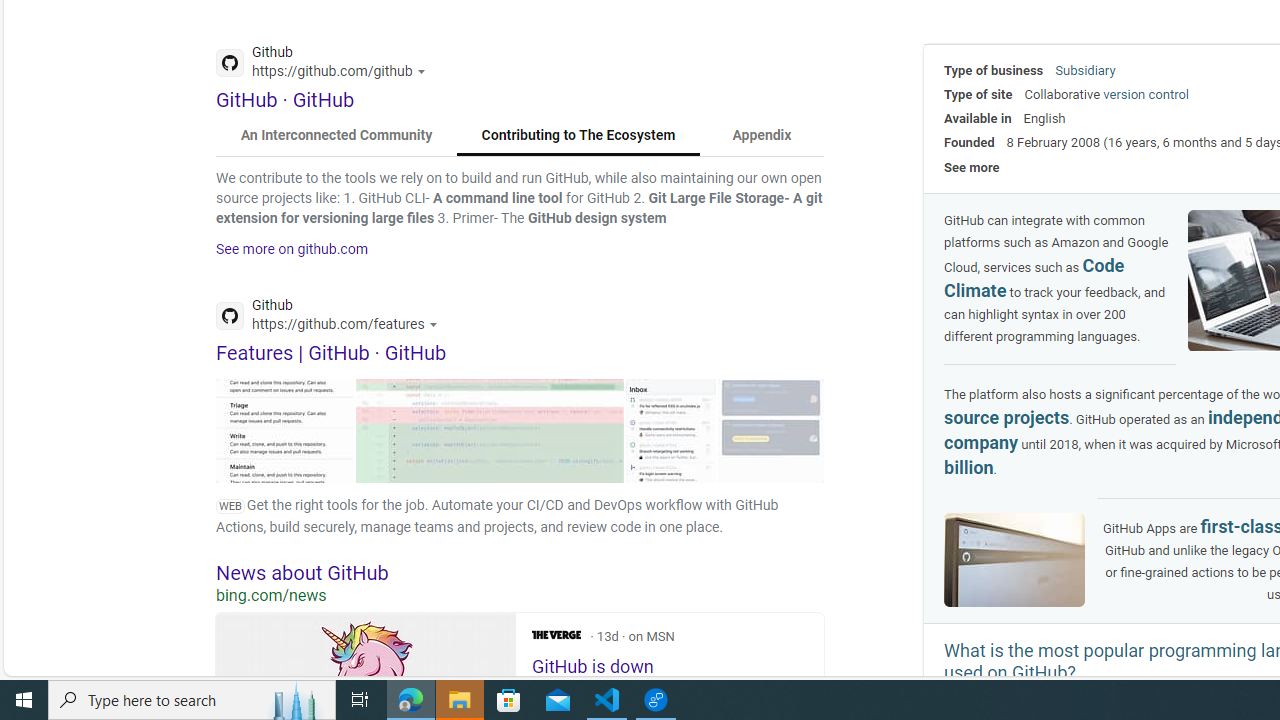 The height and width of the screenshot is (720, 1280). I want to click on 'Available in', so click(978, 118).